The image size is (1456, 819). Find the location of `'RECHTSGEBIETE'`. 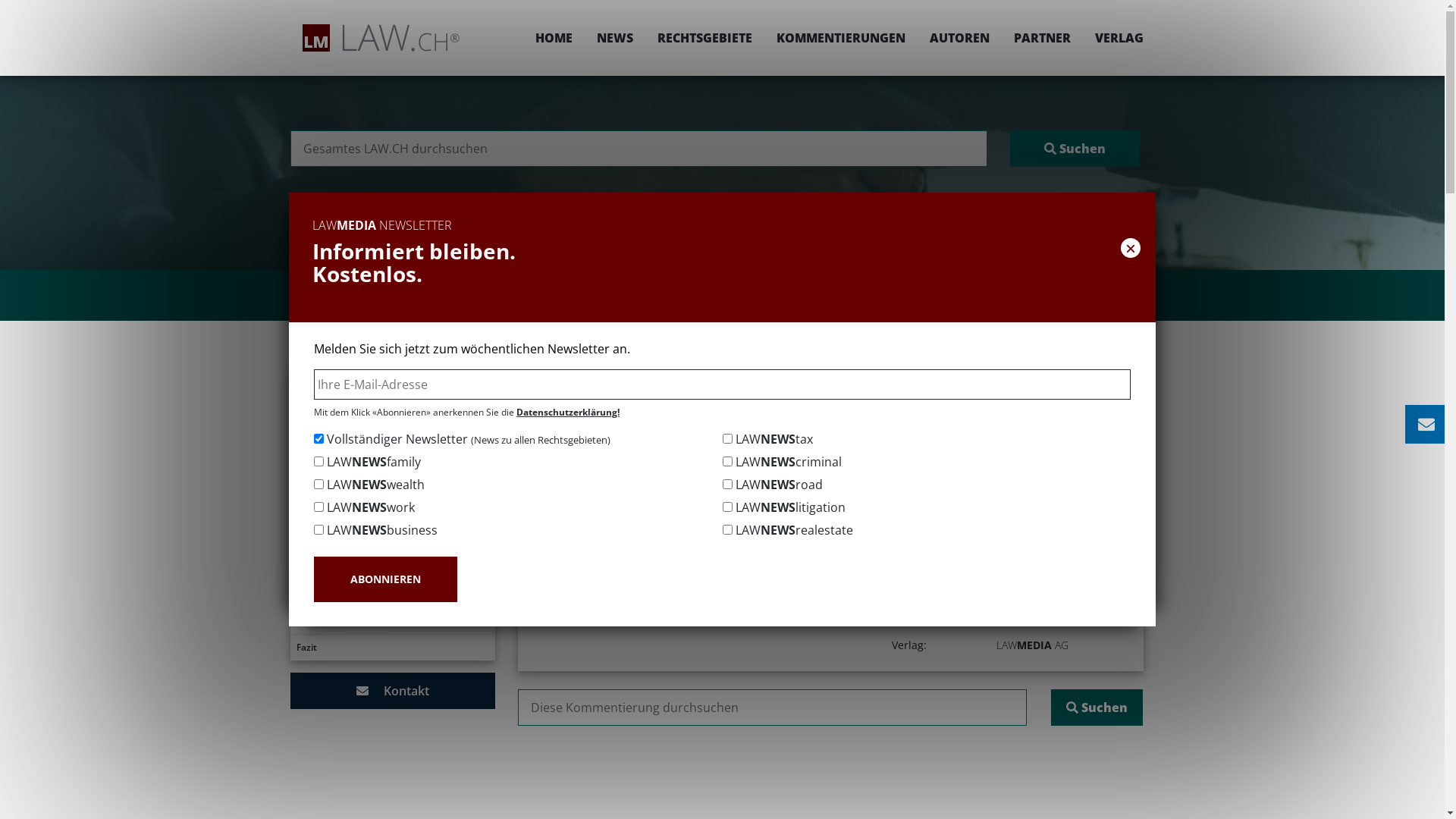

'RECHTSGEBIETE' is located at coordinates (703, 37).